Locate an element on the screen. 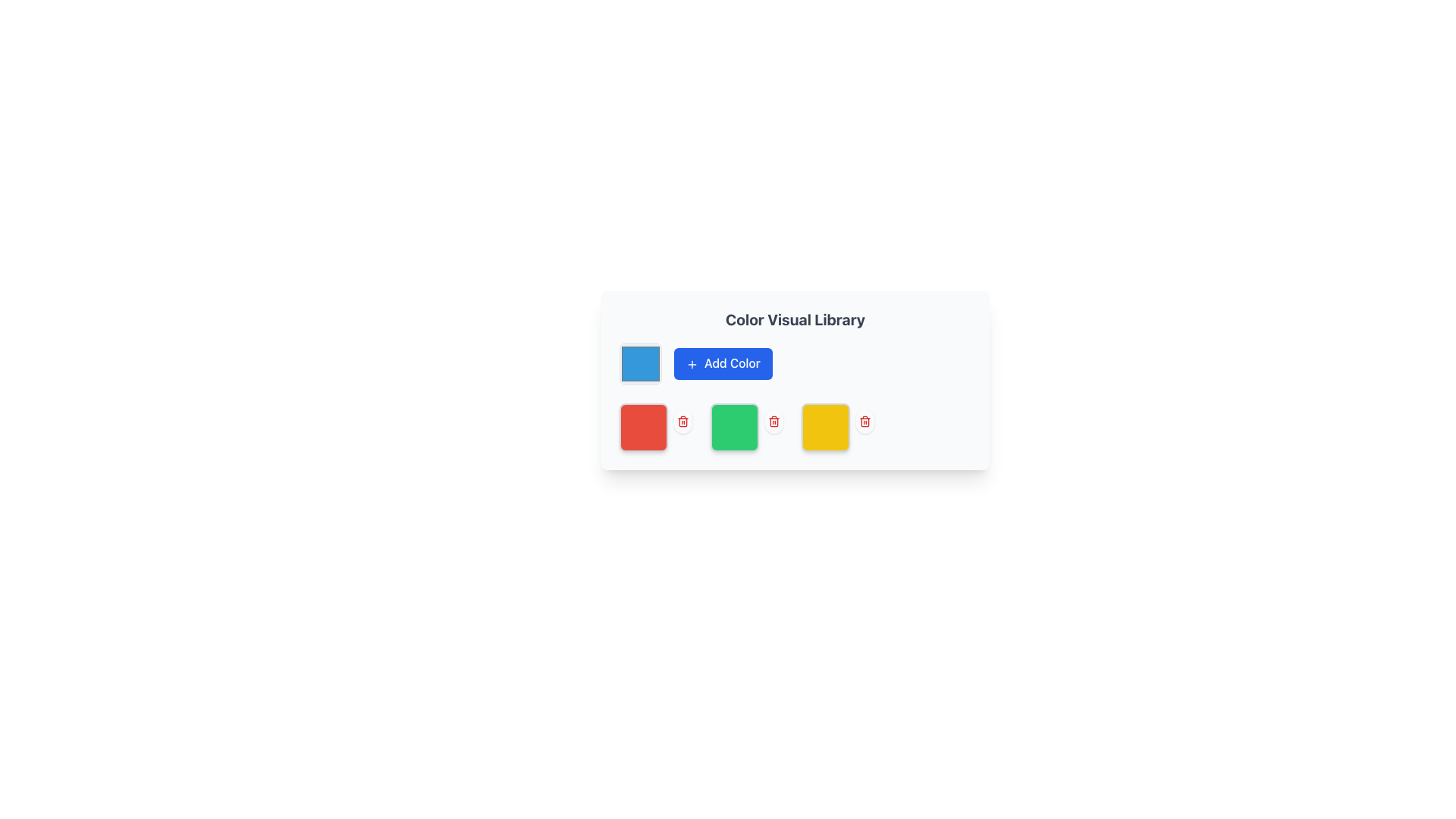 This screenshot has height=819, width=1456. the delete icon located in the top-right corner of the green square in the second row of the UI is located at coordinates (774, 421).